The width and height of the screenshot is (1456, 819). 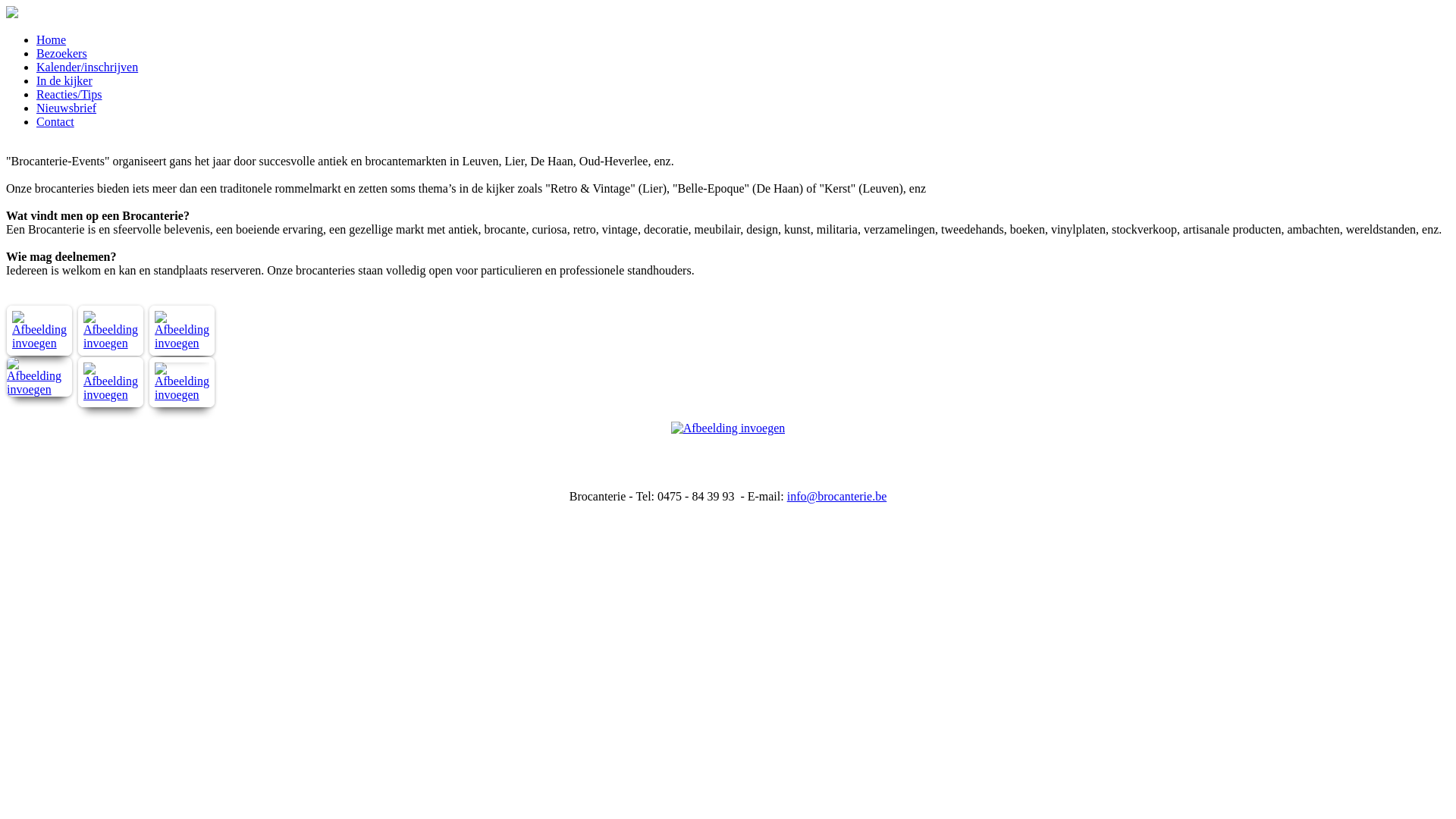 I want to click on 'Afbeelding invoegen', so click(x=77, y=394).